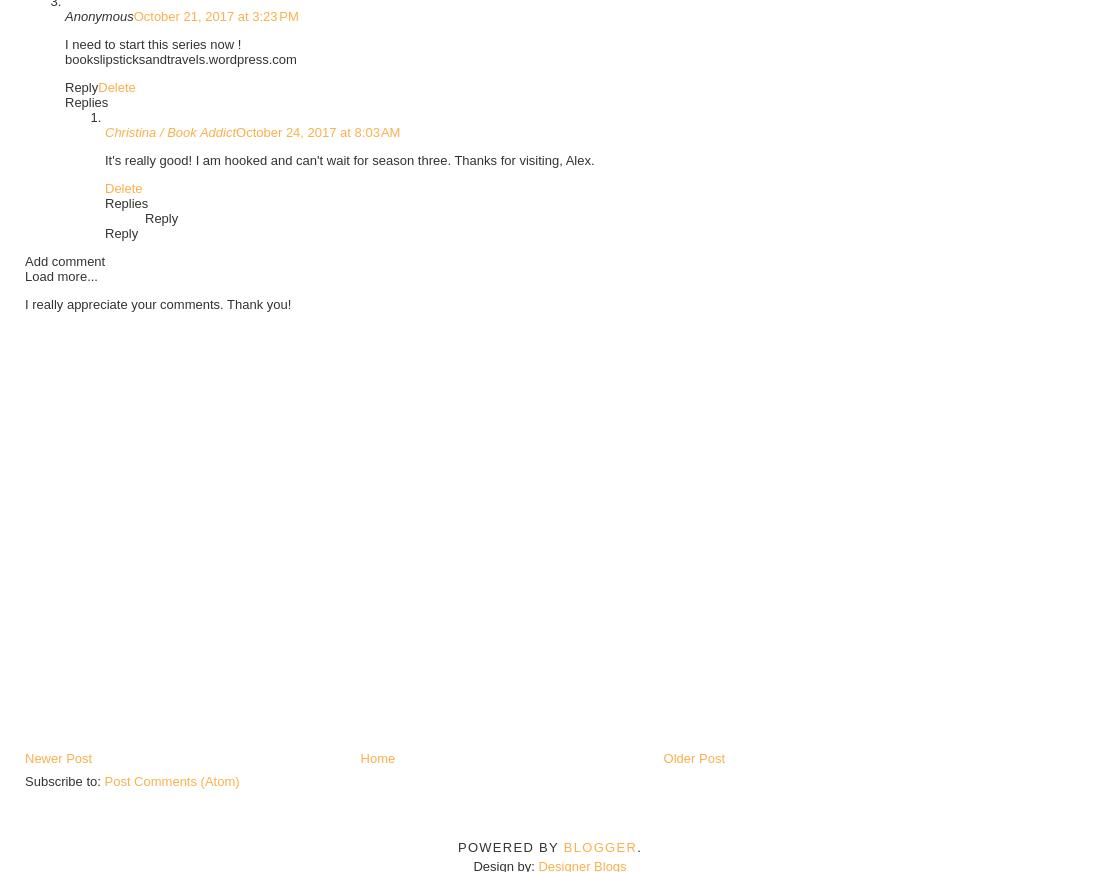 Image resolution: width=1100 pixels, height=872 pixels. Describe the element at coordinates (60, 275) in the screenshot. I see `'Load more...'` at that location.